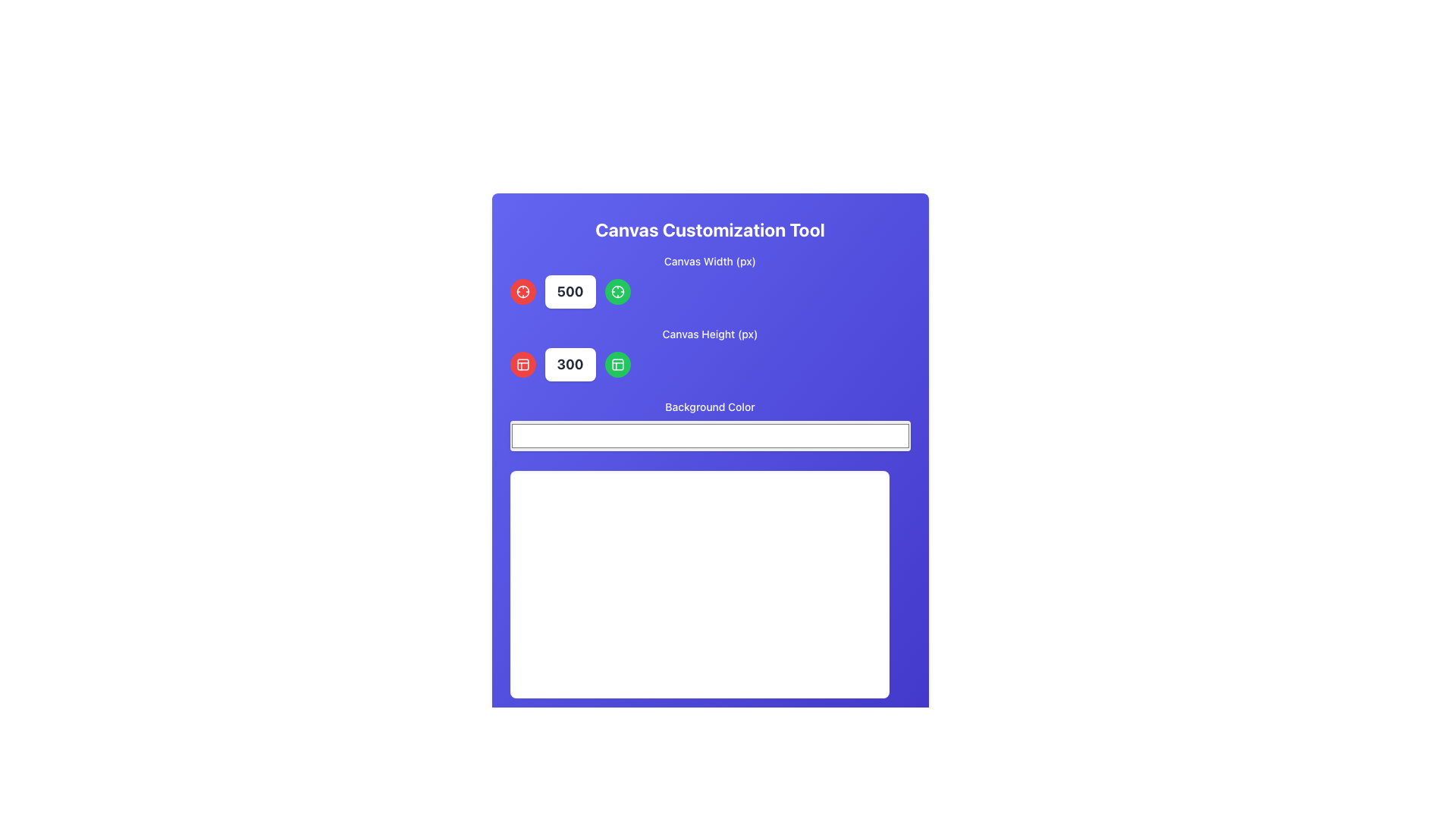 This screenshot has width=1456, height=819. Describe the element at coordinates (522, 292) in the screenshot. I see `the reset button located in the top-left section of the interface, which is aligned to the left of the input labeled '500'` at that location.